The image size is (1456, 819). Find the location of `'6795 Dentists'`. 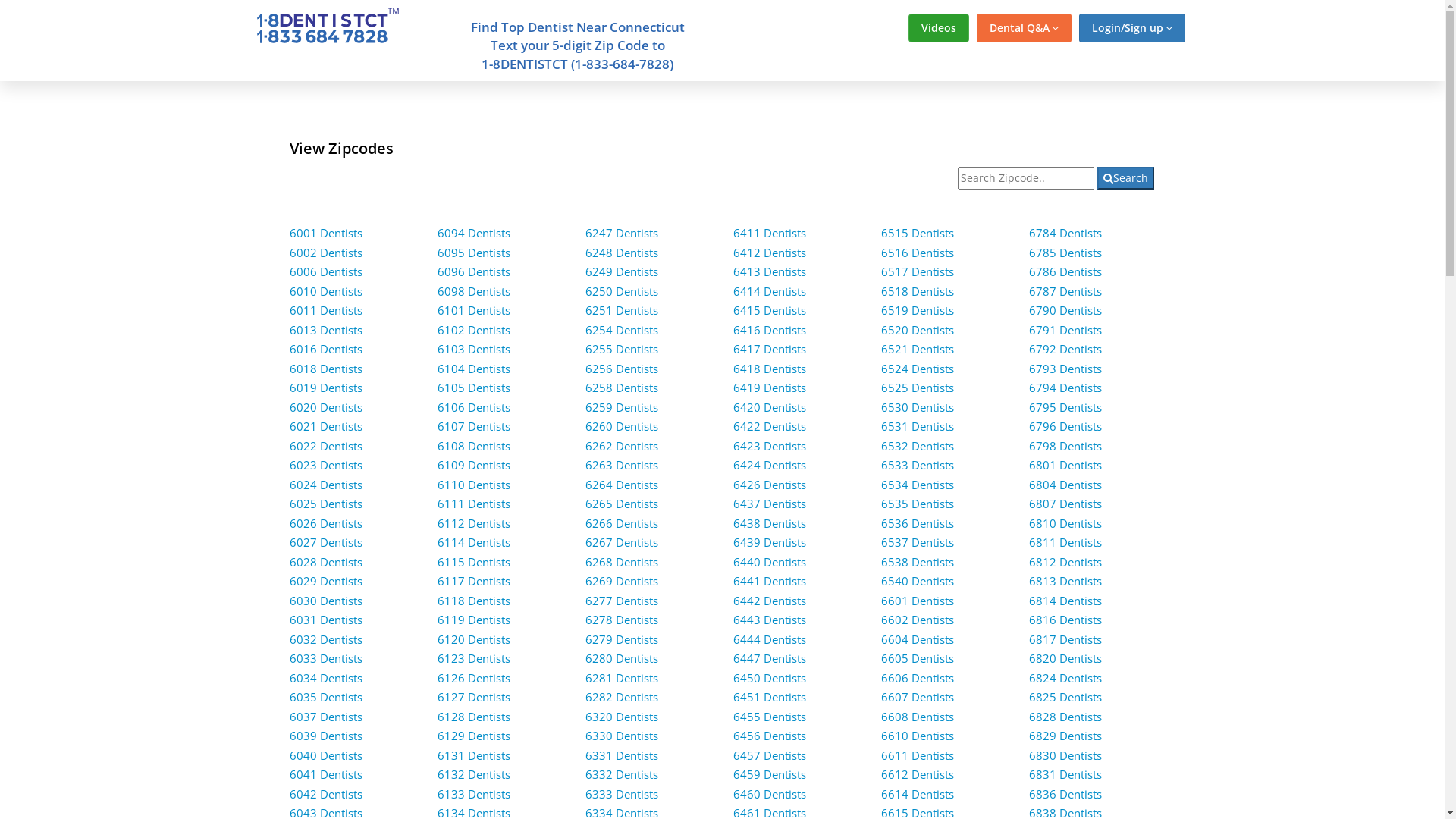

'6795 Dentists' is located at coordinates (1065, 406).